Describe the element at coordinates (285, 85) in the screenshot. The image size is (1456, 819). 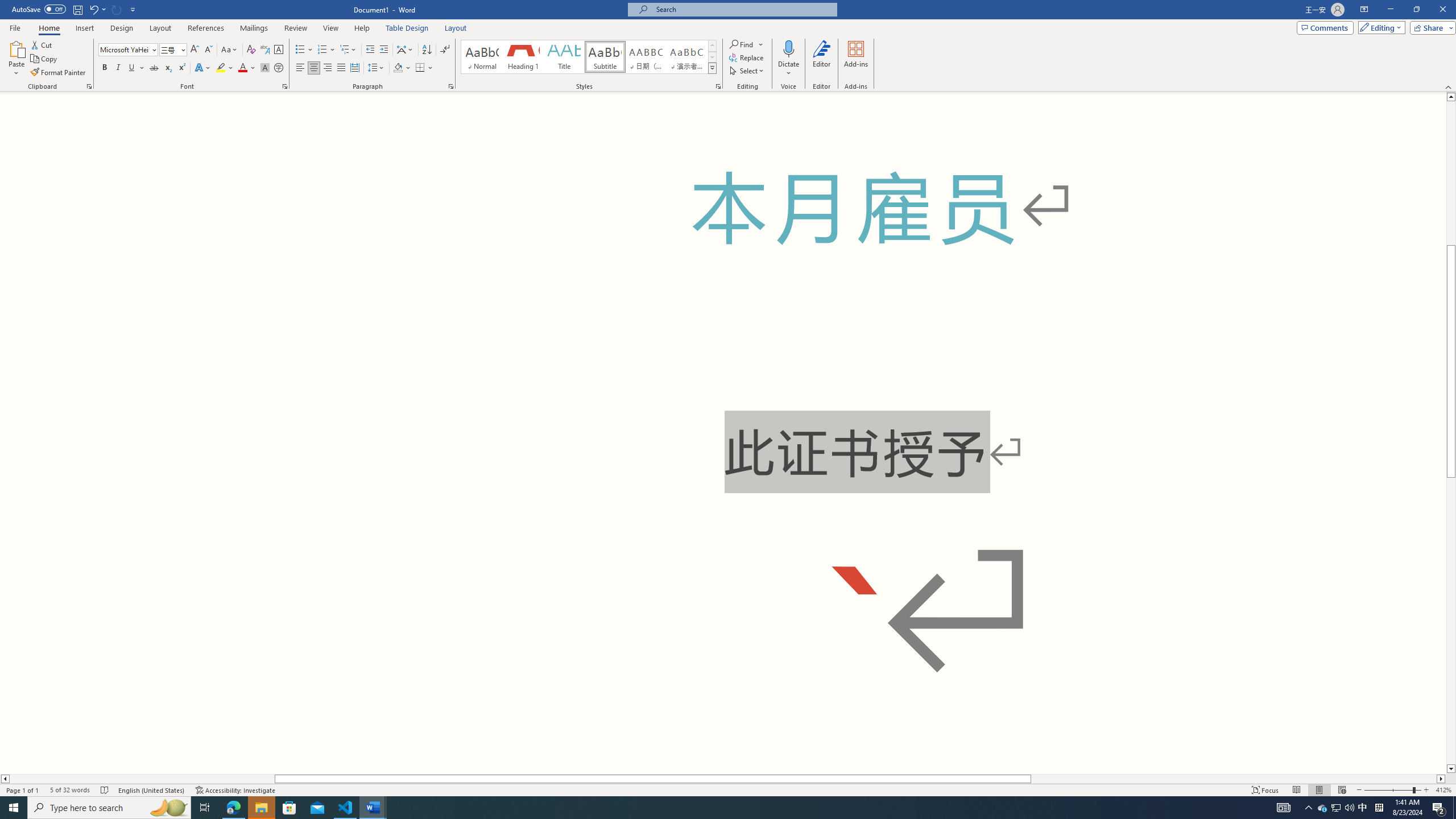
I see `'Font...'` at that location.